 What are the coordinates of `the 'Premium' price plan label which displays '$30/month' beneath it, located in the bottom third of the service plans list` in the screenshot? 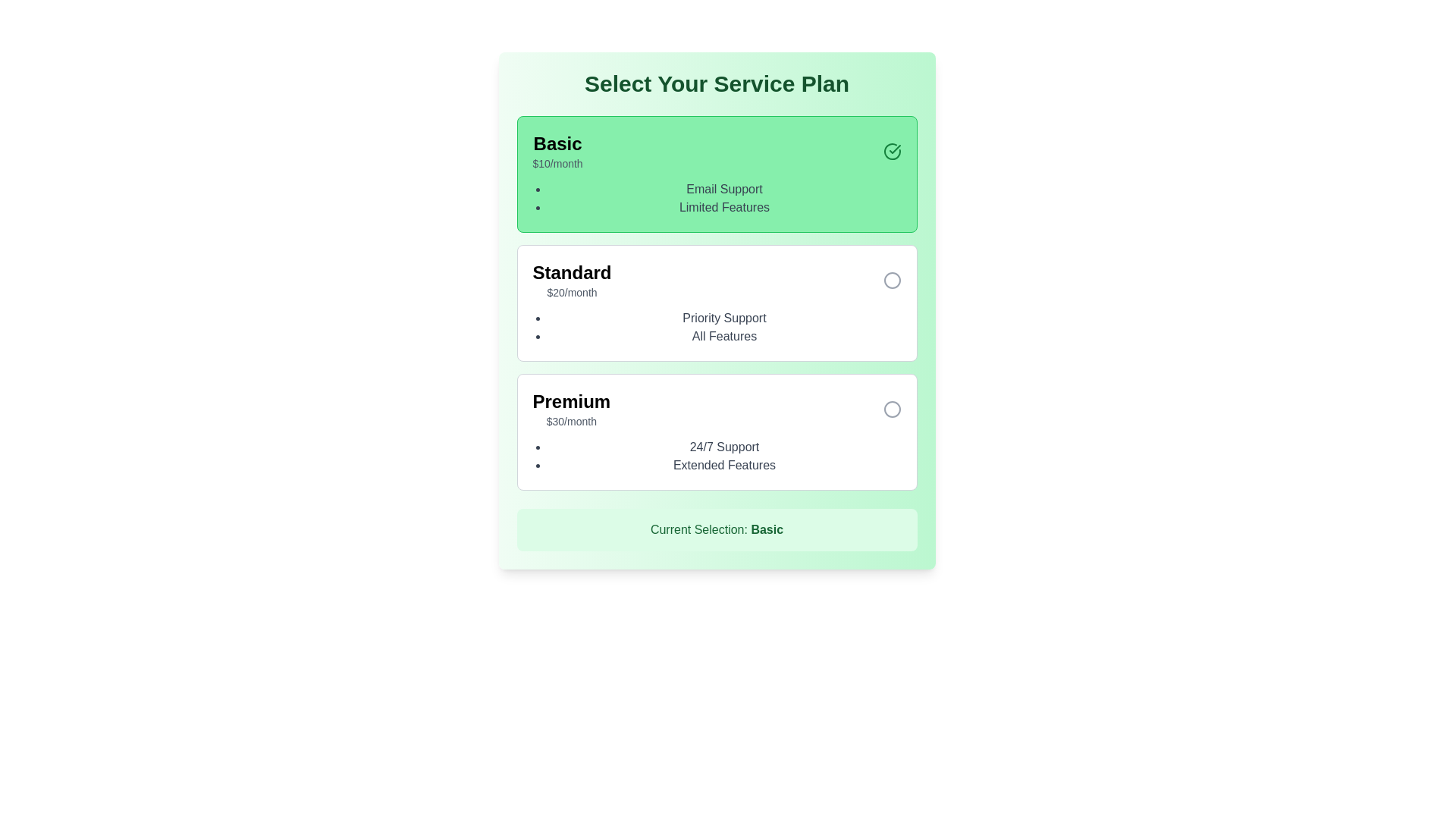 It's located at (570, 409).